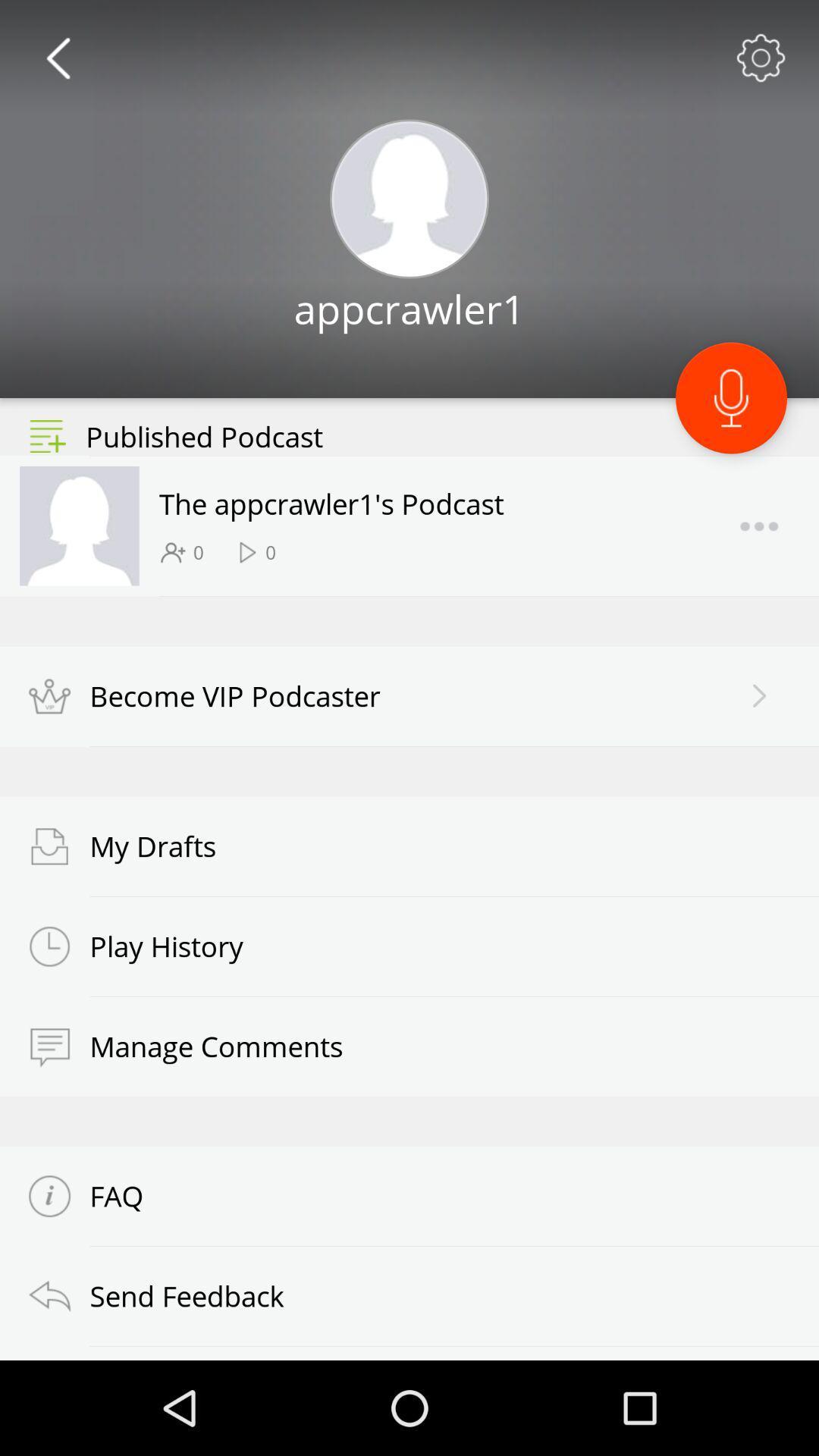 The width and height of the screenshot is (819, 1456). What do you see at coordinates (730, 425) in the screenshot?
I see `the microphone icon` at bounding box center [730, 425].